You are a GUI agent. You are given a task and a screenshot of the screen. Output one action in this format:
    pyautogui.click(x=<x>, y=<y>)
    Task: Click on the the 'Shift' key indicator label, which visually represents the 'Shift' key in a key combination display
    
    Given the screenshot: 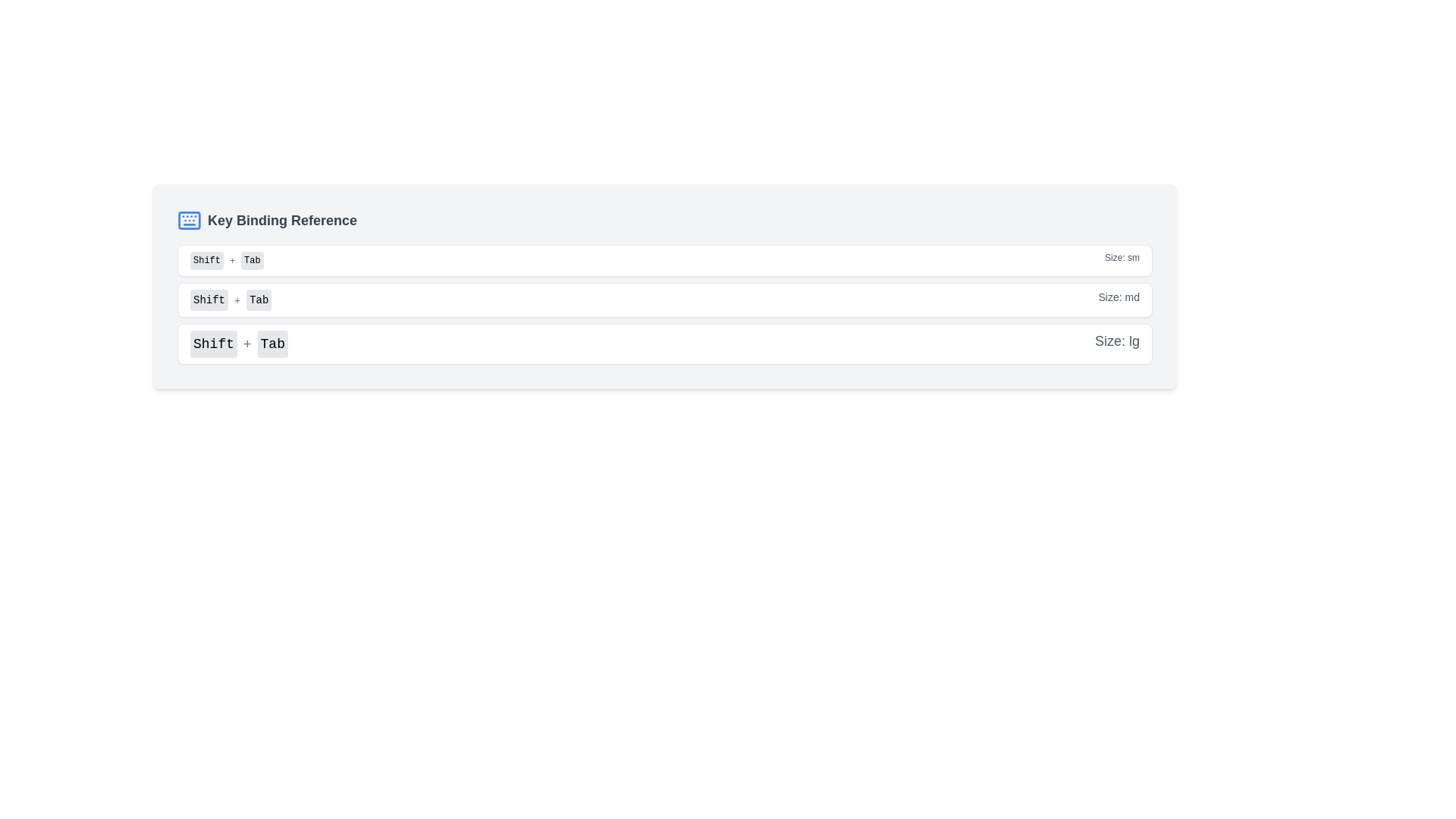 What is the action you would take?
    pyautogui.click(x=209, y=300)
    